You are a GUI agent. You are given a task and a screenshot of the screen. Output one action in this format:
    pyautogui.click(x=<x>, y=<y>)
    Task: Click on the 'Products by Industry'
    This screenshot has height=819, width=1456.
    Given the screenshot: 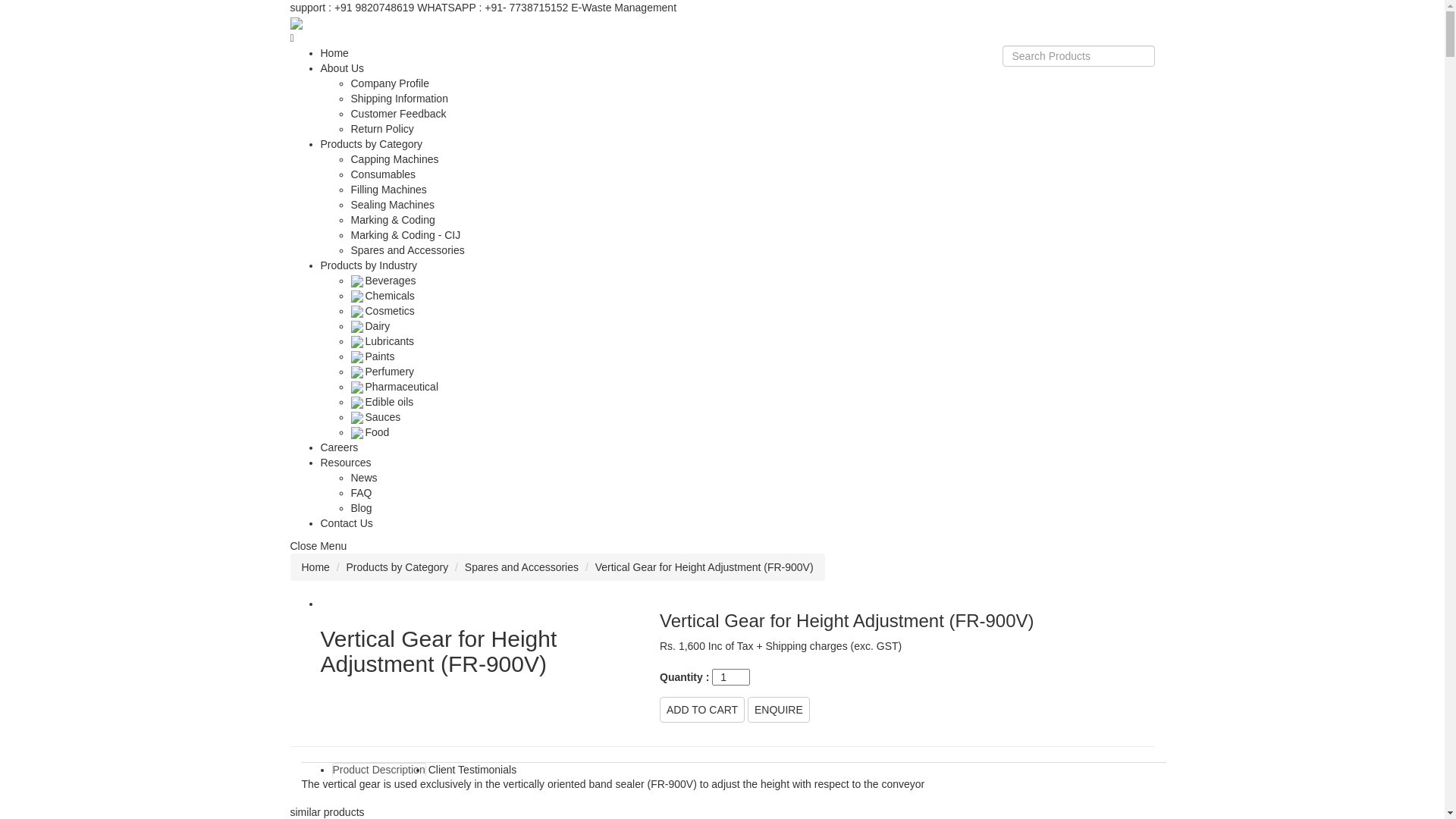 What is the action you would take?
    pyautogui.click(x=368, y=265)
    